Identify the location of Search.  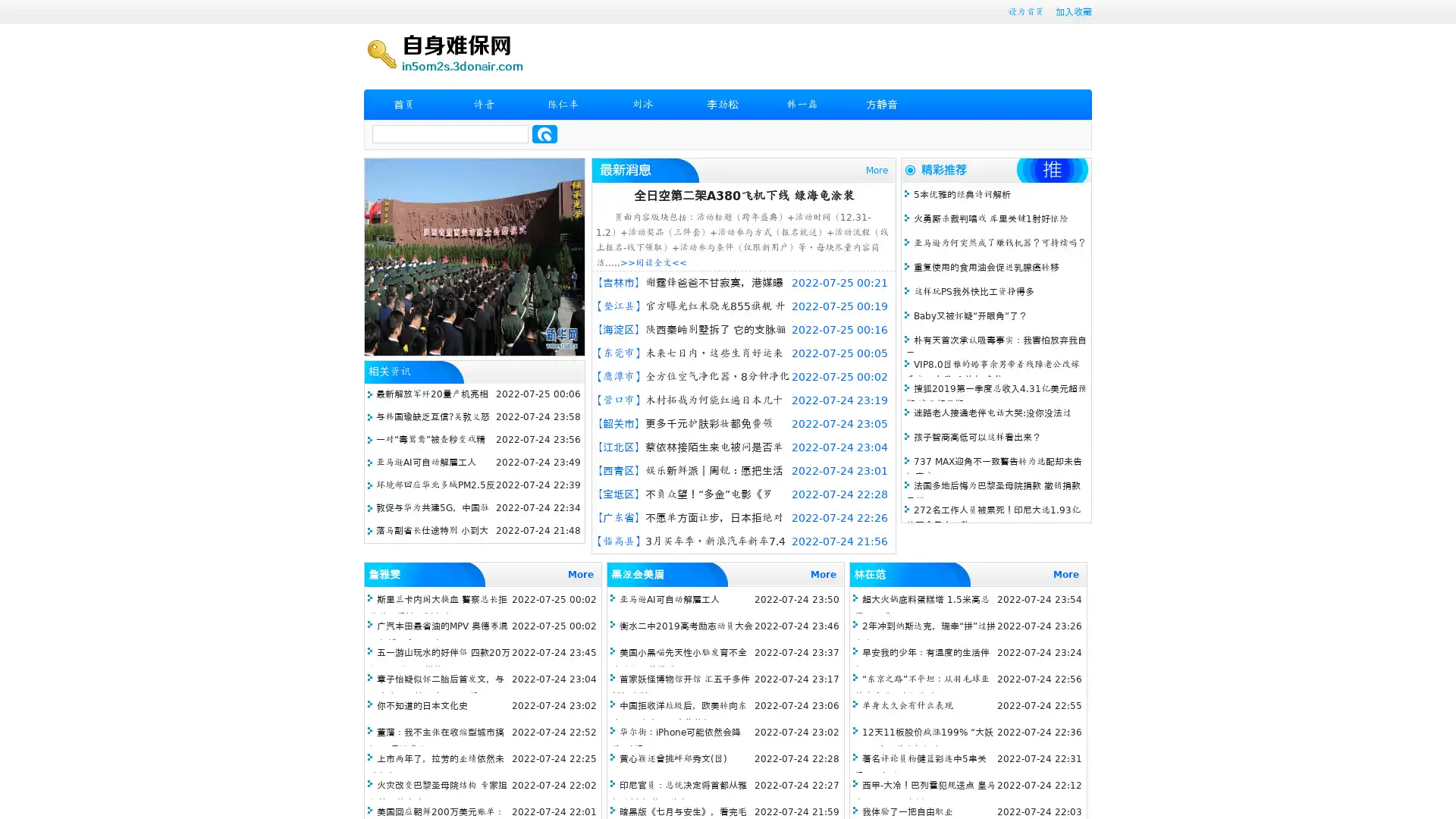
(544, 133).